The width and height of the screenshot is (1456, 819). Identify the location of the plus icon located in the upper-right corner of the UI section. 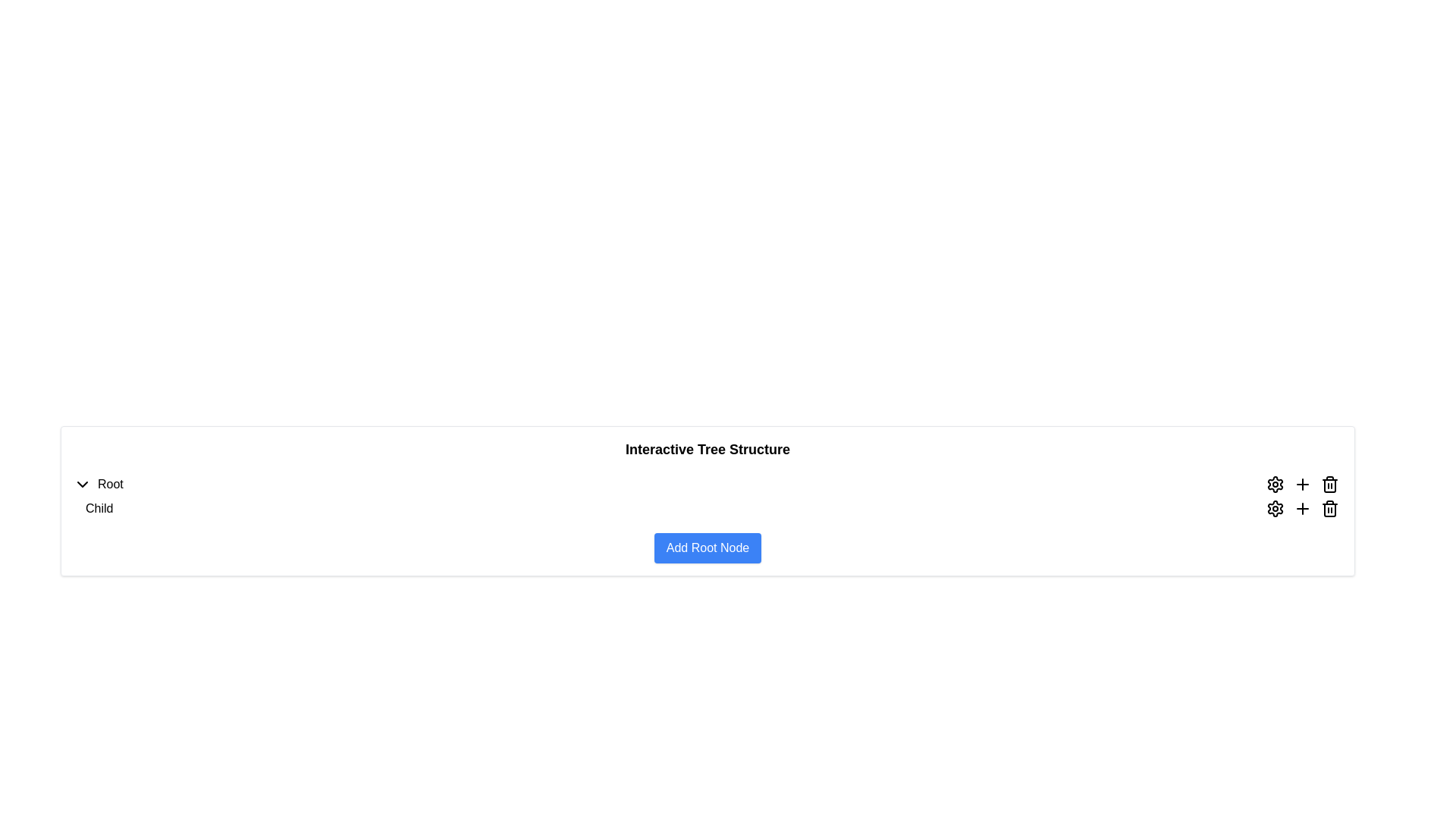
(1302, 509).